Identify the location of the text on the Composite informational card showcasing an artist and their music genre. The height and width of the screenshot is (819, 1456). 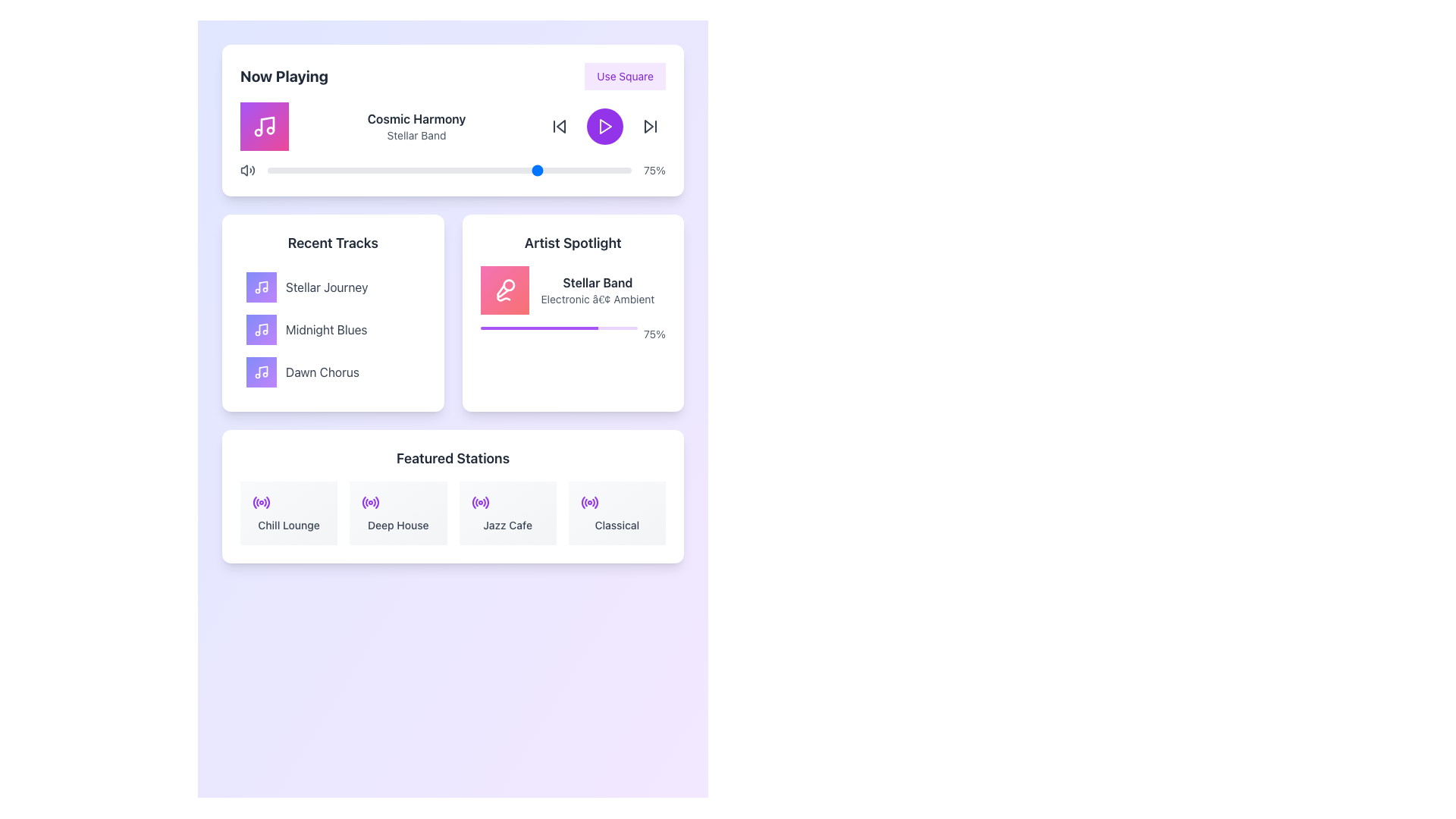
(572, 304).